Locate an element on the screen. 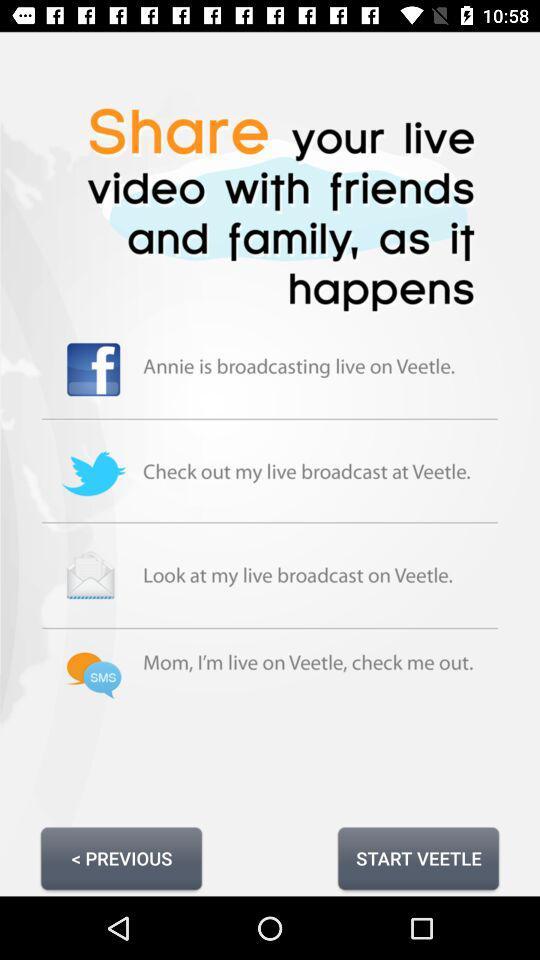 This screenshot has width=540, height=960. the < previous item is located at coordinates (121, 857).